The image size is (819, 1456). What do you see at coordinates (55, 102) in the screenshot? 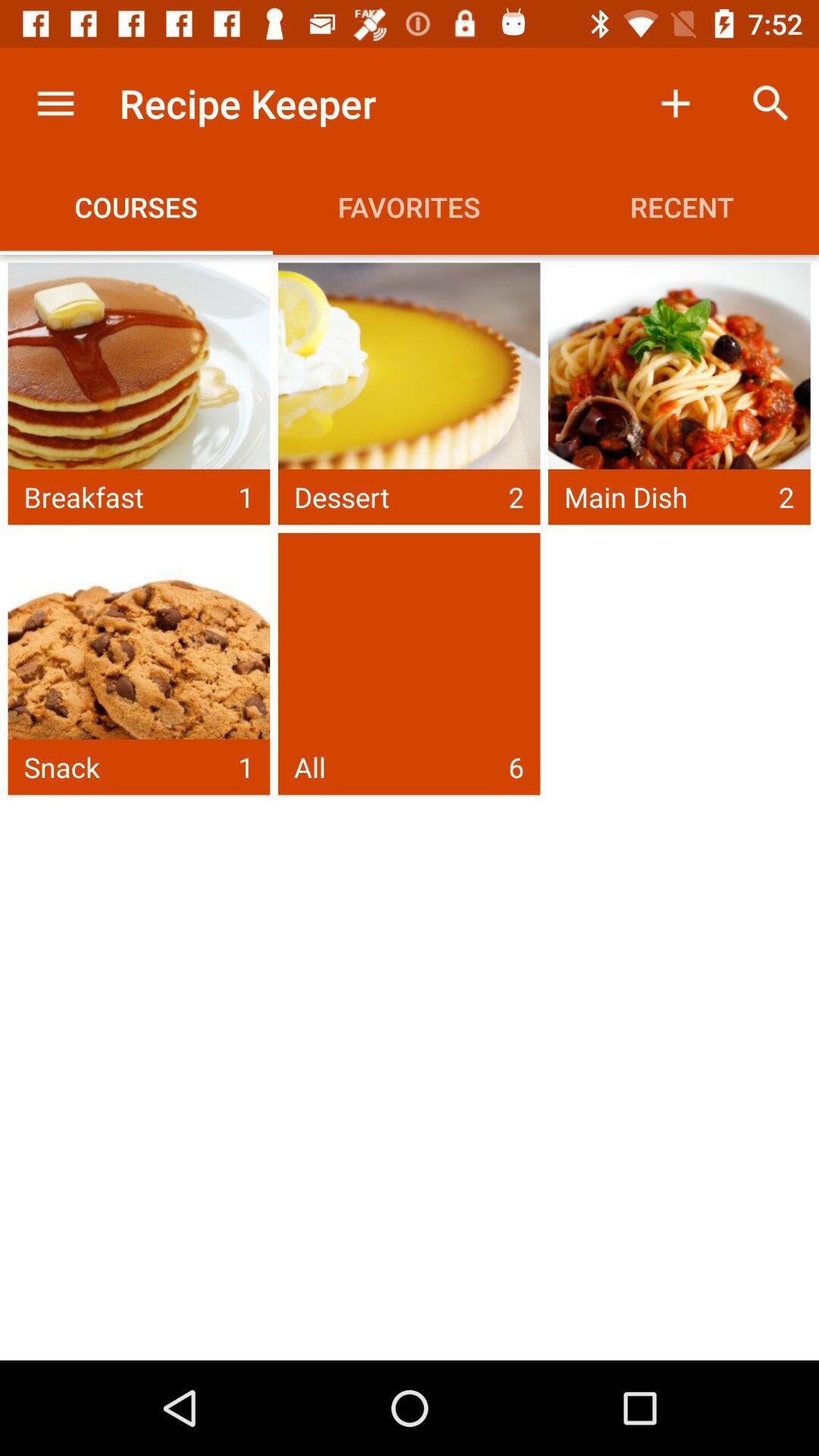
I see `the item to the left of the recipe keeper item` at bounding box center [55, 102].